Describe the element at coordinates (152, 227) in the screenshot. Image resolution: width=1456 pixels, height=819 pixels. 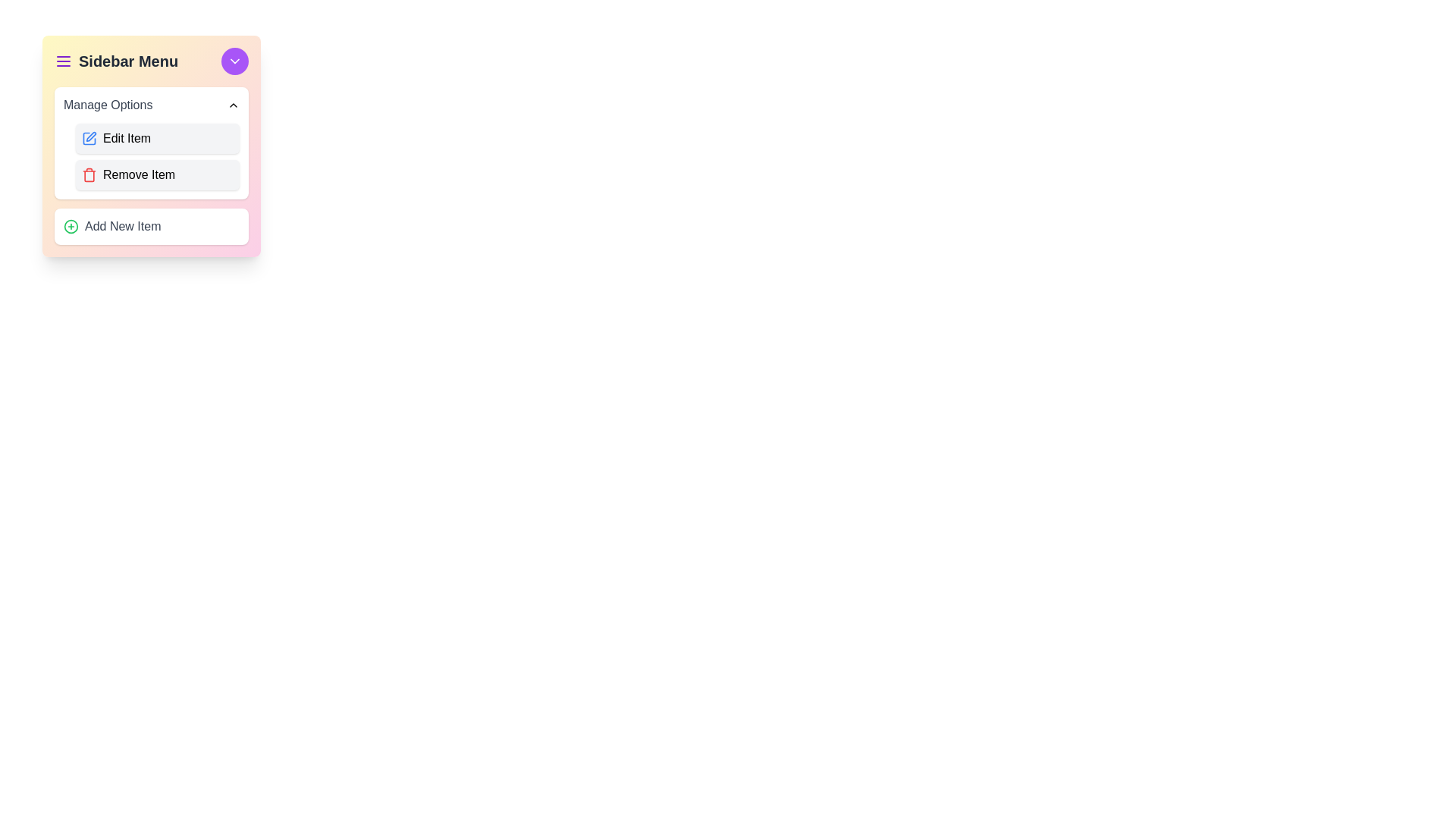
I see `the action button positioned beneath the 'Remove Item' button in the sidebar menu to initiate the addition of a new item` at that location.